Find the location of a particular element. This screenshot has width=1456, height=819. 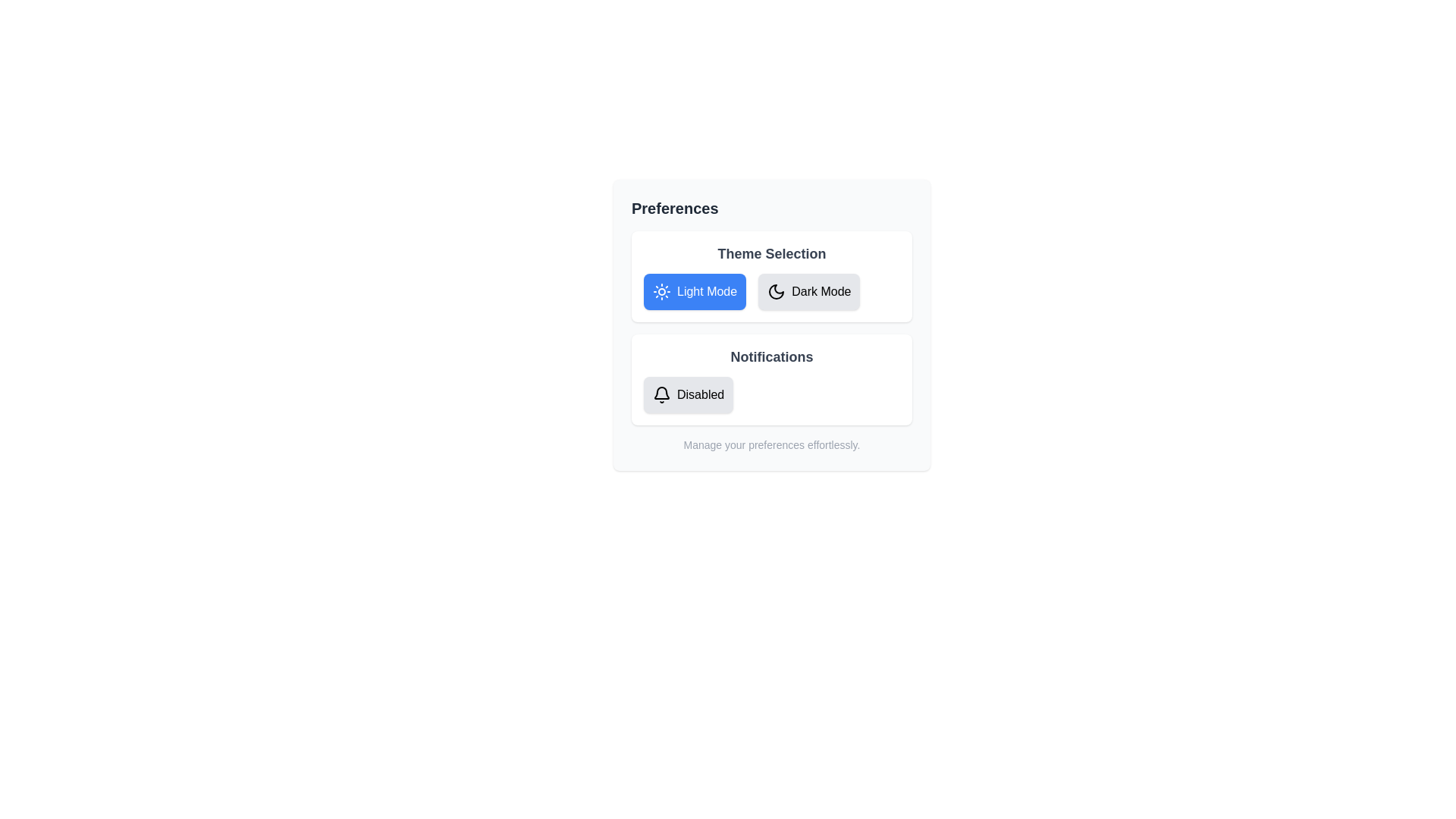

text of the 'Light Mode' label, which is styled with a blue background and white text, indicating its active state is located at coordinates (706, 292).